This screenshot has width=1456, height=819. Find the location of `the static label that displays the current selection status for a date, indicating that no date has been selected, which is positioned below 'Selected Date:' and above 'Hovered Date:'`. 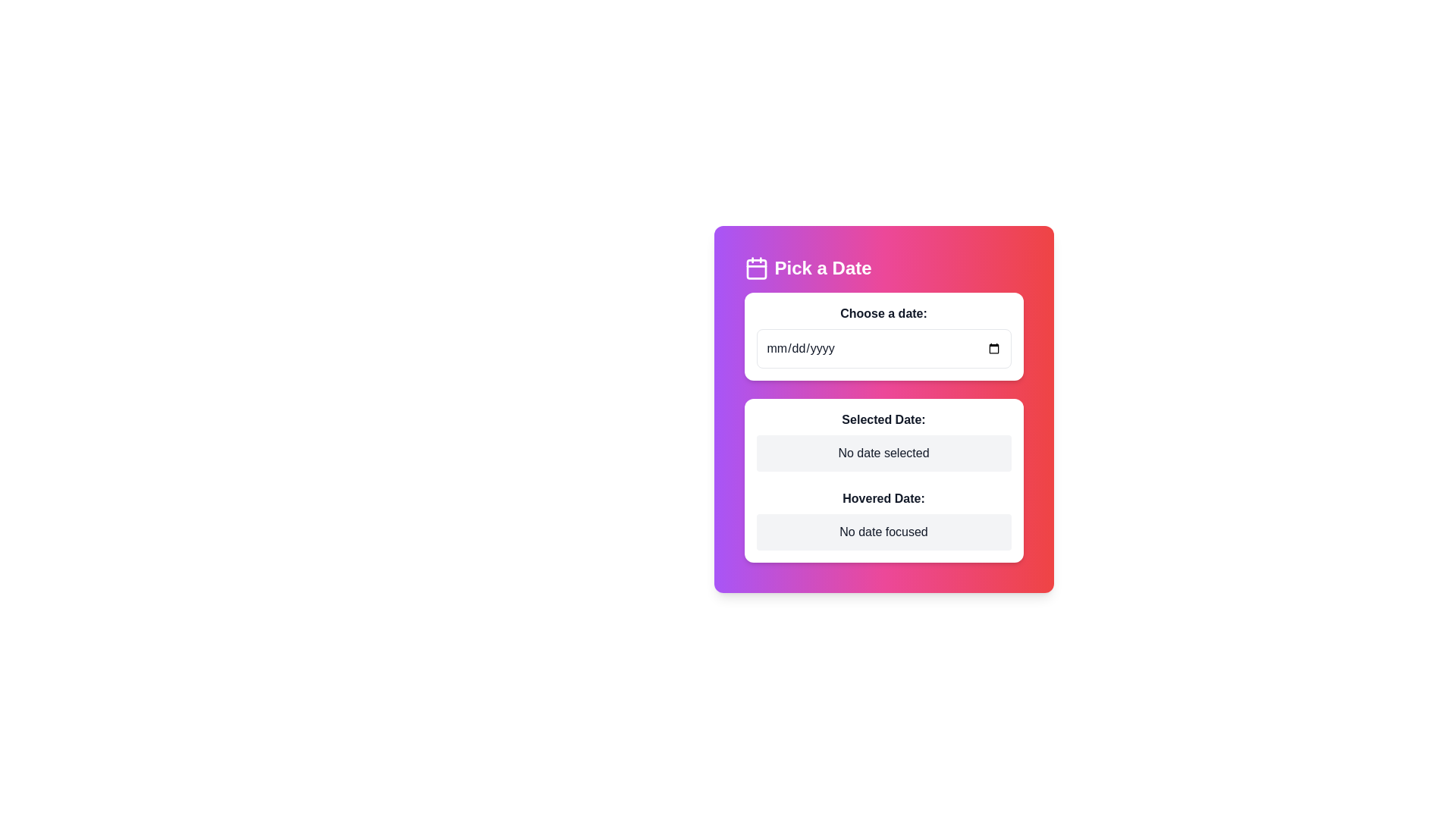

the static label that displays the current selection status for a date, indicating that no date has been selected, which is positioned below 'Selected Date:' and above 'Hovered Date:' is located at coordinates (883, 452).